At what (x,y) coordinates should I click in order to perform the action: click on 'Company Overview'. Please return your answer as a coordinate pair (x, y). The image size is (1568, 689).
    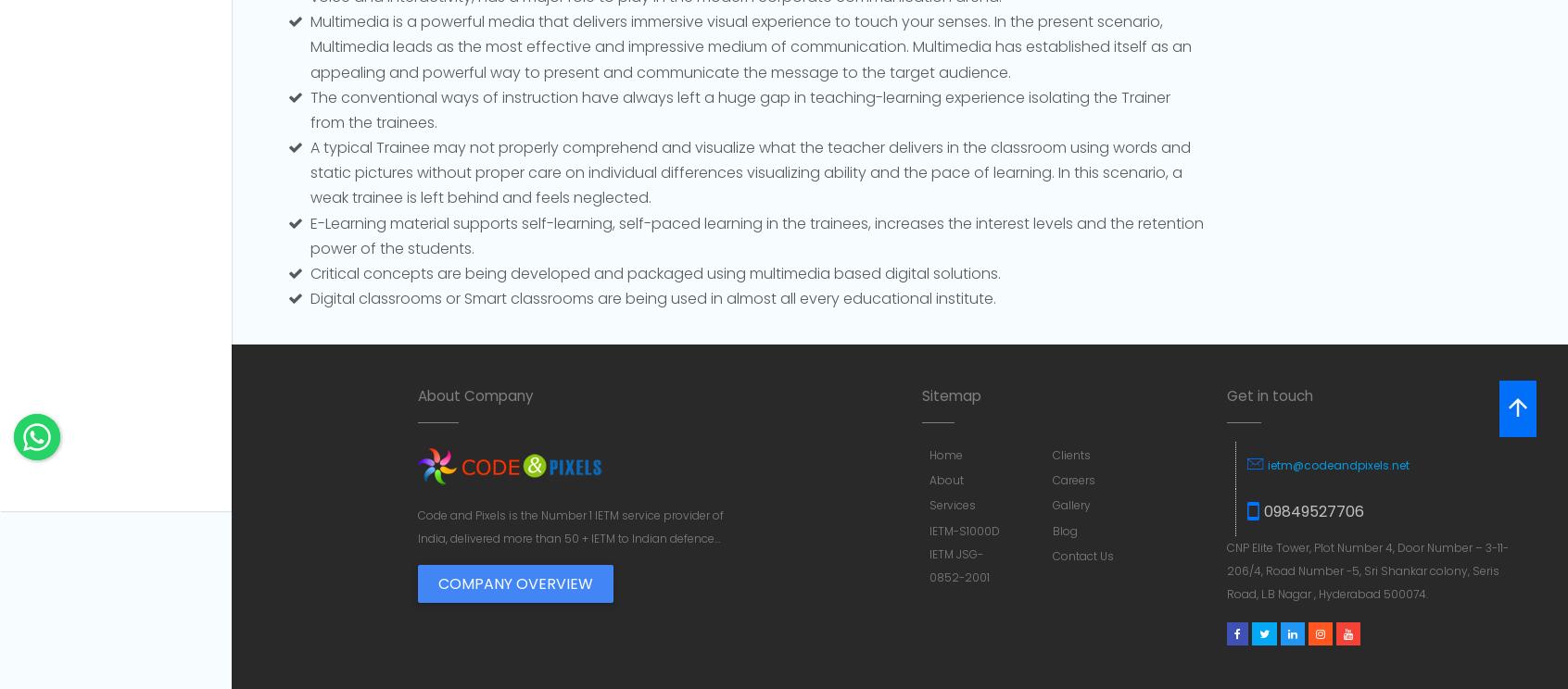
    Looking at the image, I should click on (514, 583).